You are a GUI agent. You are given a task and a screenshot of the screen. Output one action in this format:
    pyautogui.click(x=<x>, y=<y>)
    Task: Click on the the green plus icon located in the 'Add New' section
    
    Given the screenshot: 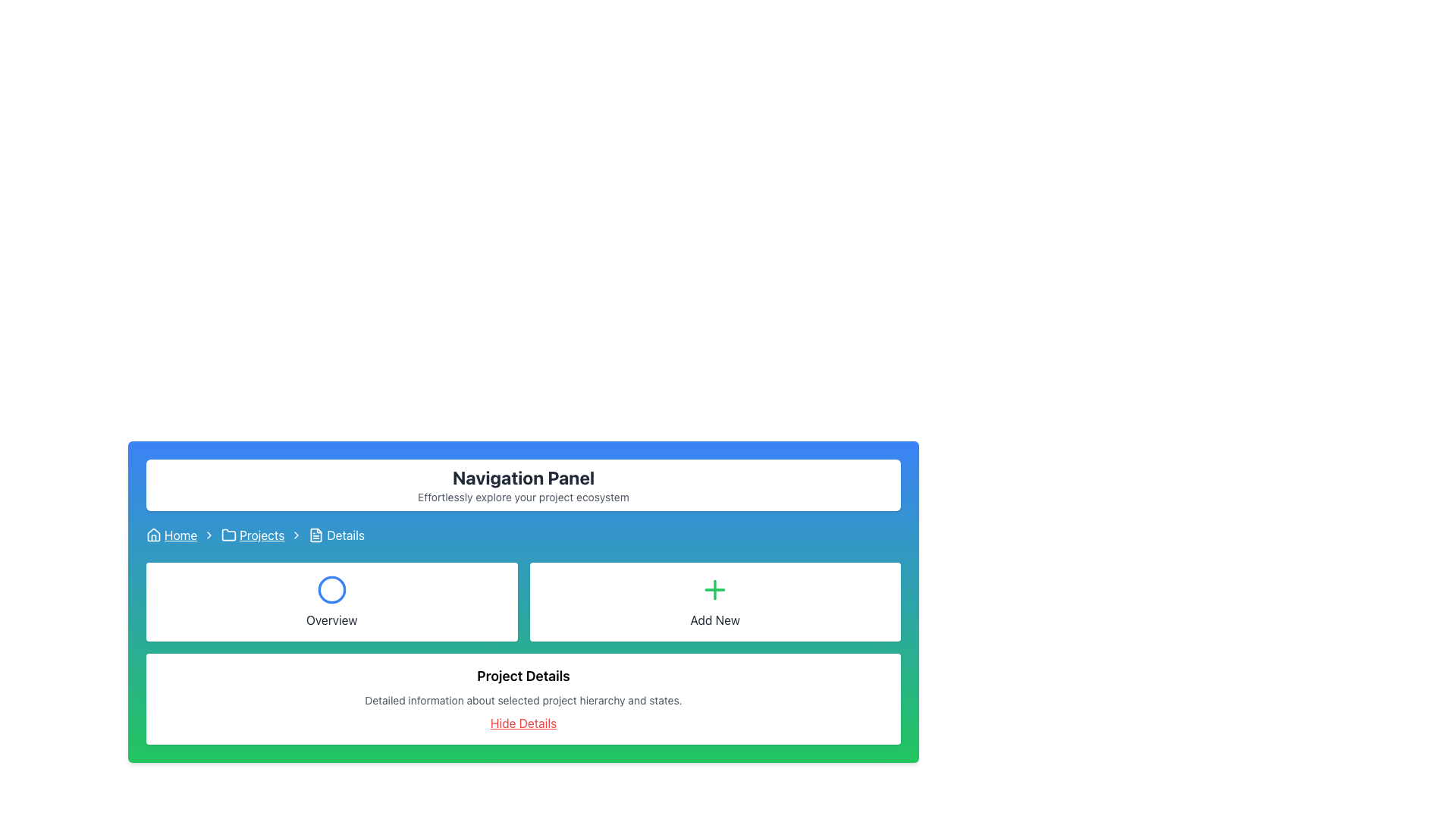 What is the action you would take?
    pyautogui.click(x=714, y=589)
    